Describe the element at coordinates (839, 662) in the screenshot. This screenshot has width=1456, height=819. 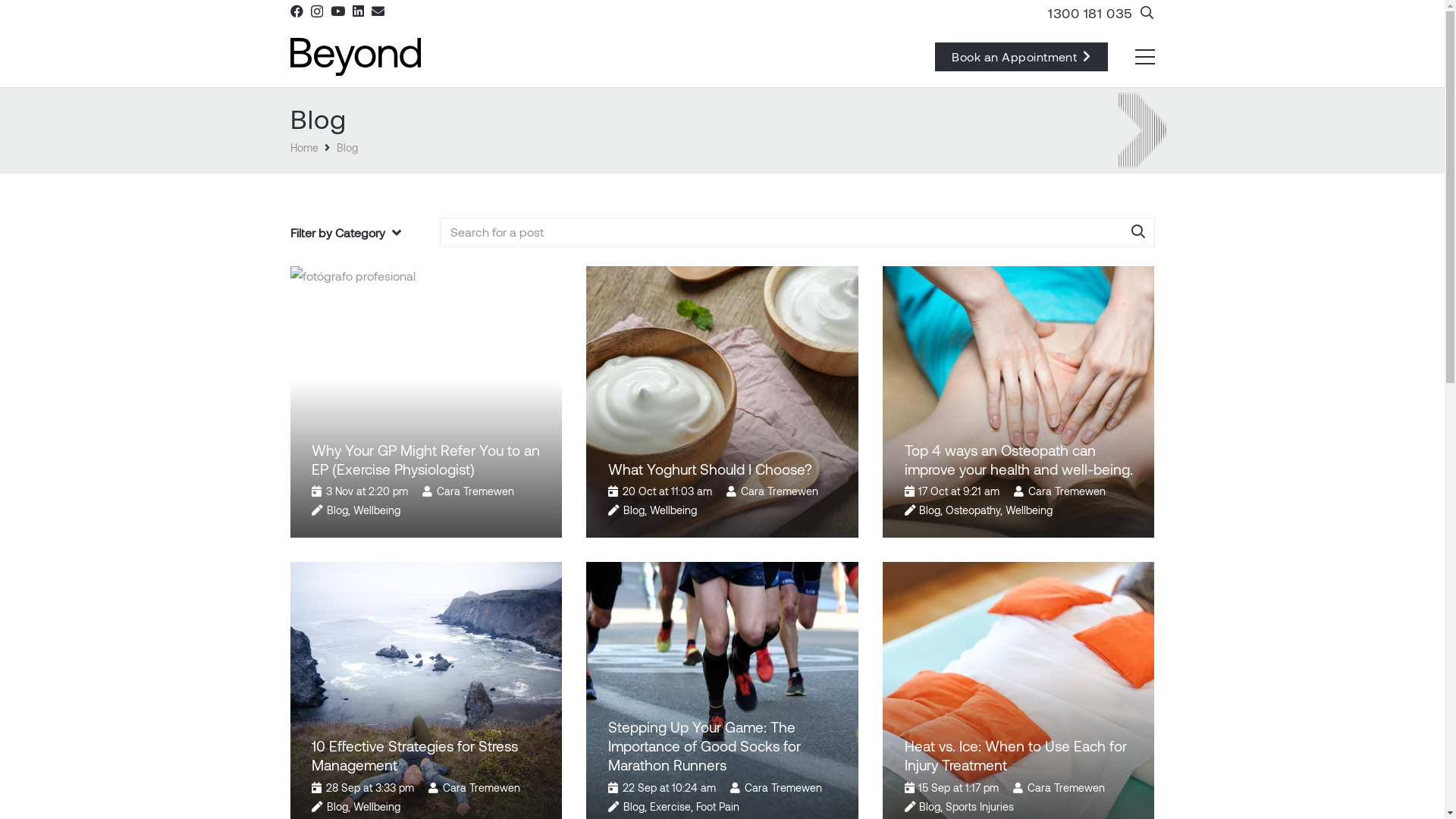
I see `'LinkedIn'` at that location.